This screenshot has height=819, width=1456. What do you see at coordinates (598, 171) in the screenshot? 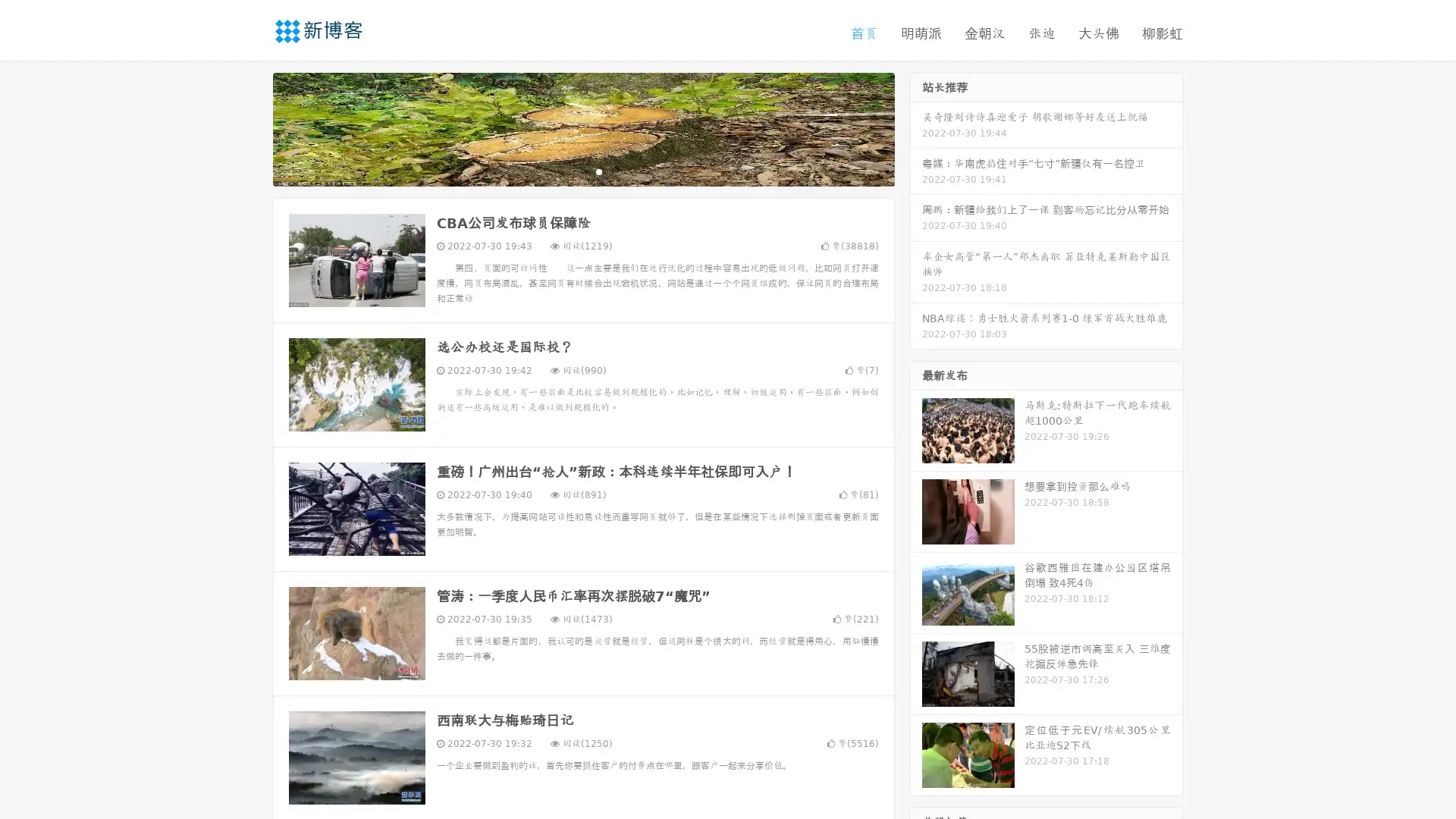
I see `Go to slide 3` at bounding box center [598, 171].